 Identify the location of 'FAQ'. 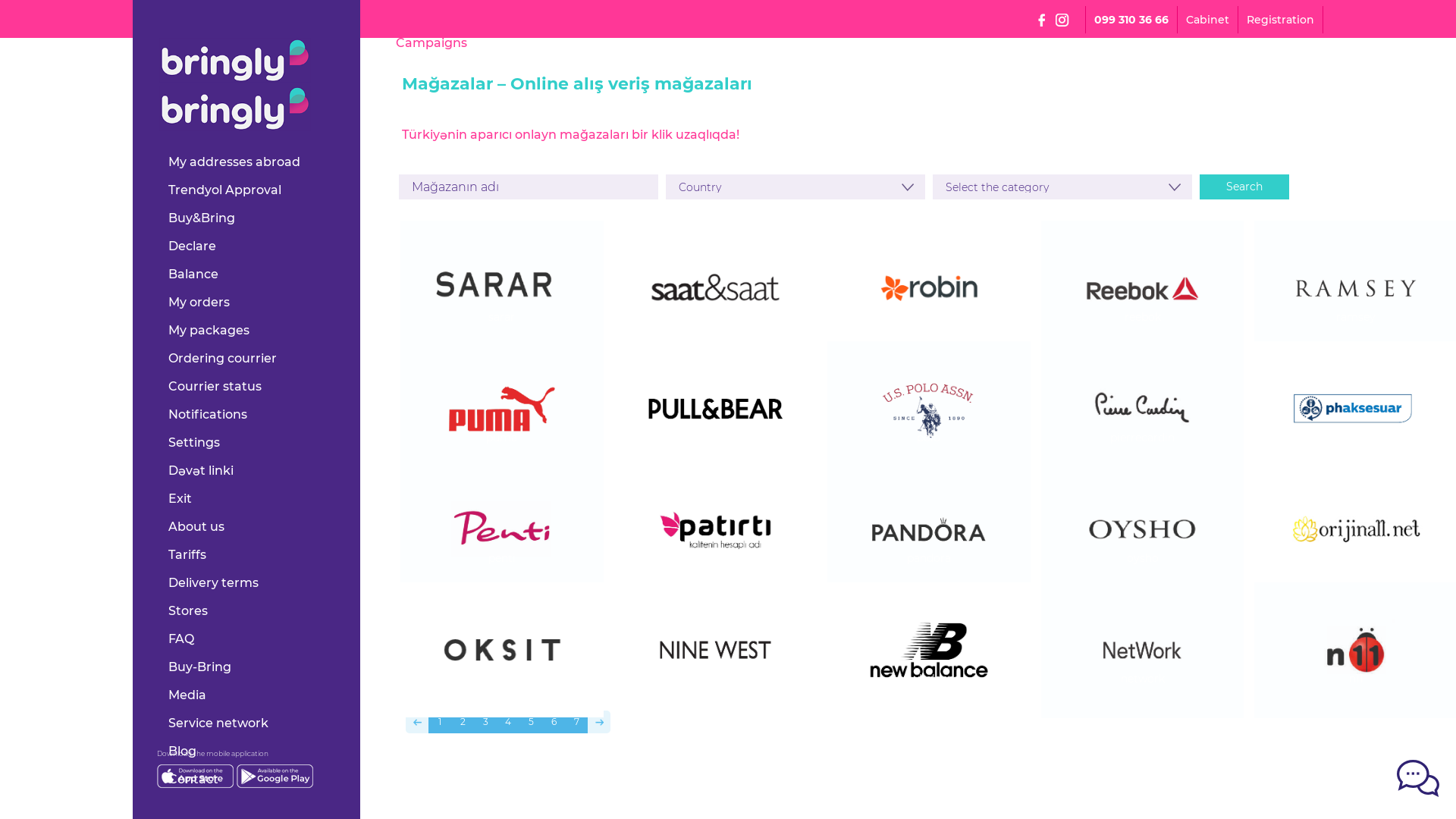
(181, 639).